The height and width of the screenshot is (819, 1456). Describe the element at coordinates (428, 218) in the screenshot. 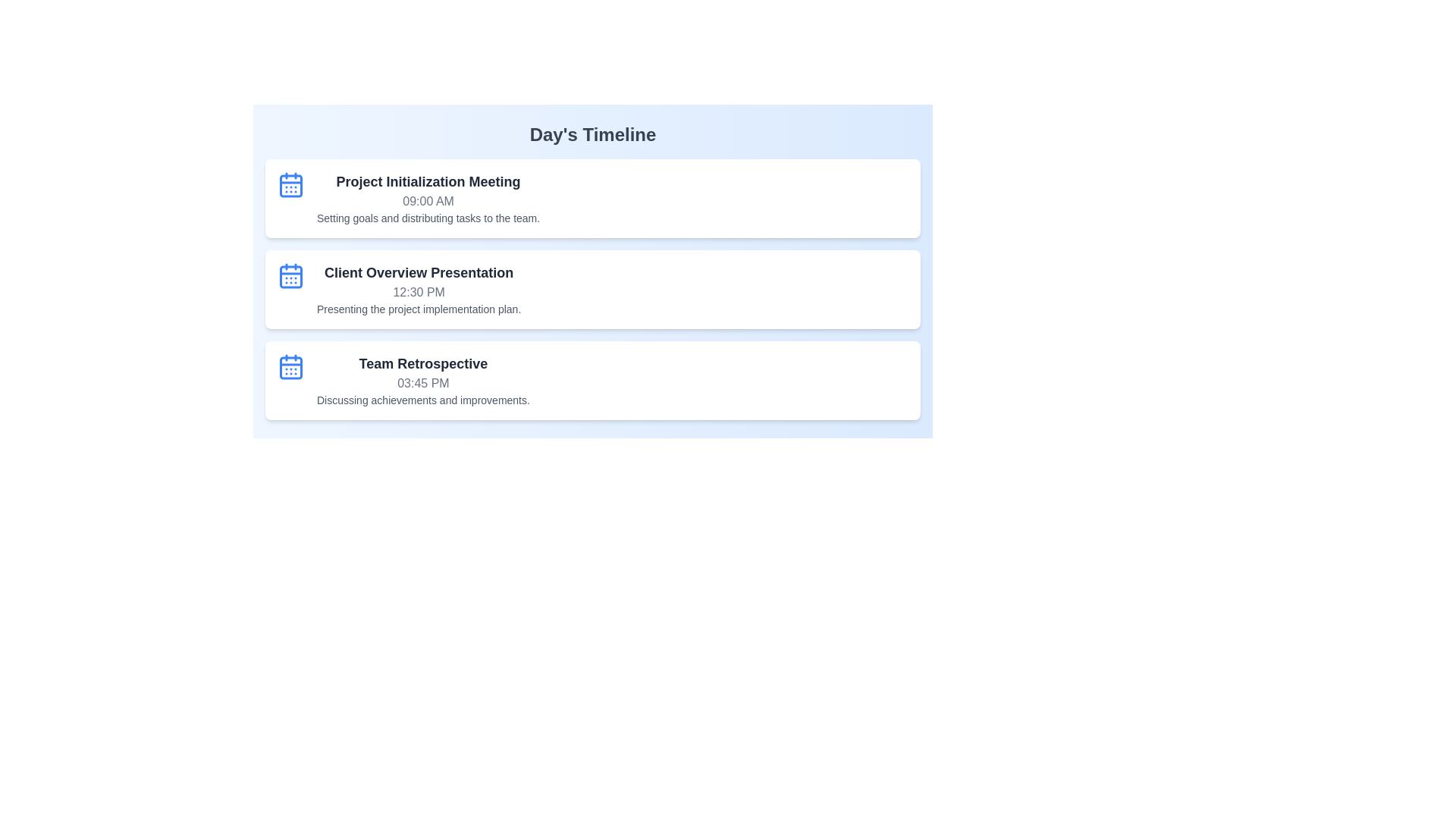

I see `the static text label displaying 'Setting goals and distributing tasks to the team.' which is located at the bottom of the timeline card for 'Project Initialization Meeting.'` at that location.